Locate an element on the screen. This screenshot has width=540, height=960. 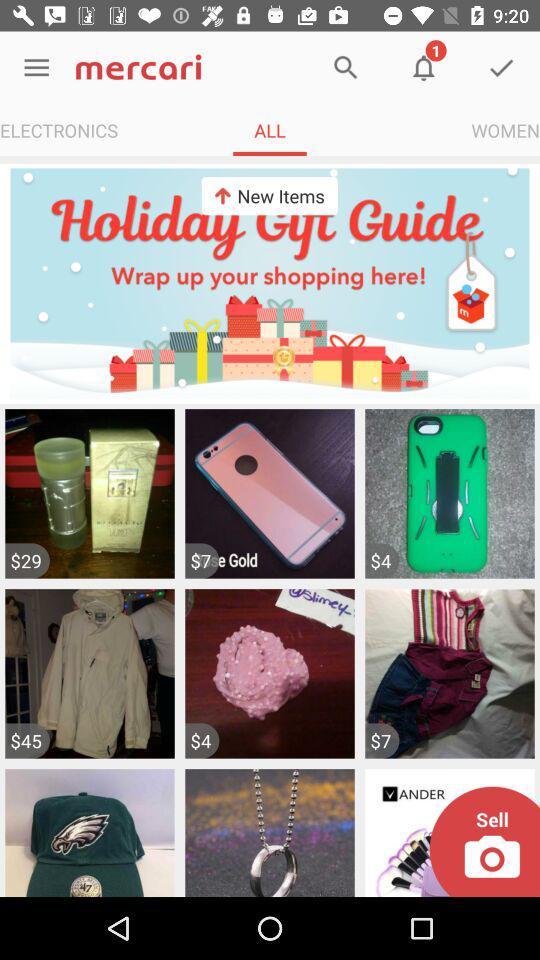
icon next to the all item is located at coordinates (504, 129).